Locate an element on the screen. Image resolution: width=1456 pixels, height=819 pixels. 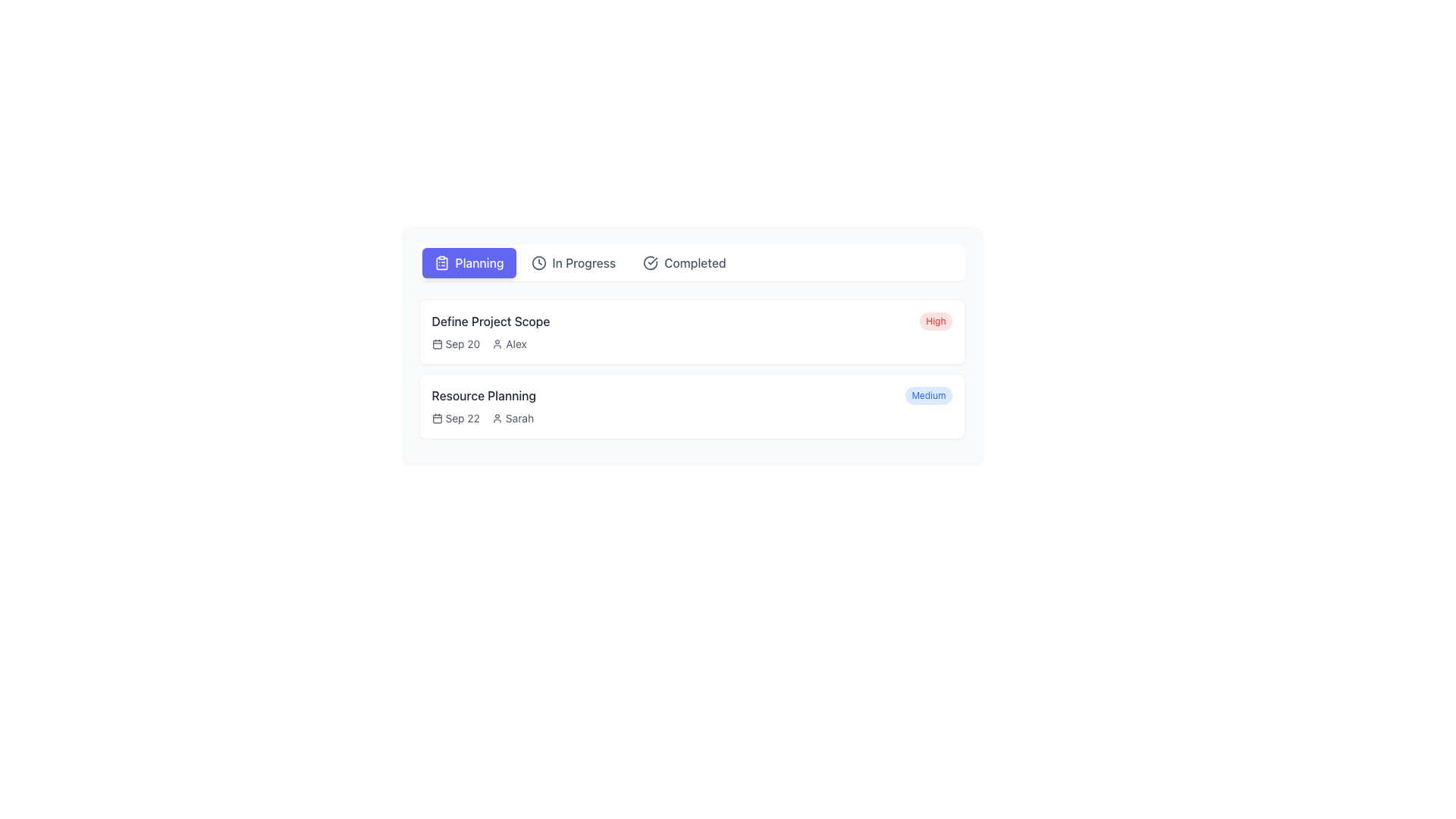
the 'Completed' button, which is the third button in a row of three options is located at coordinates (683, 262).